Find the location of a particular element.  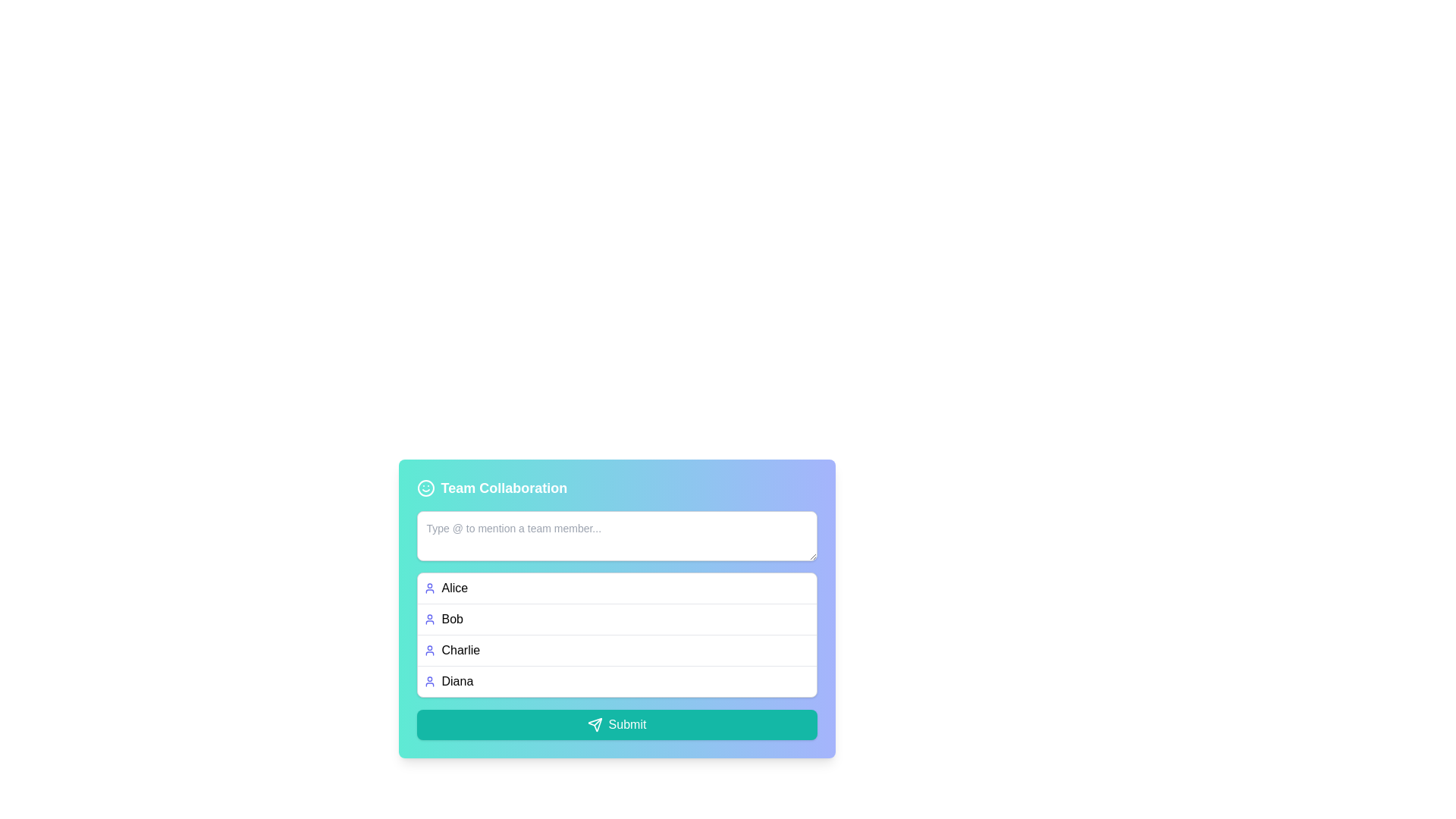

on the row item representing the user 'Bob' in the 'Team Collaboration' panel is located at coordinates (617, 615).